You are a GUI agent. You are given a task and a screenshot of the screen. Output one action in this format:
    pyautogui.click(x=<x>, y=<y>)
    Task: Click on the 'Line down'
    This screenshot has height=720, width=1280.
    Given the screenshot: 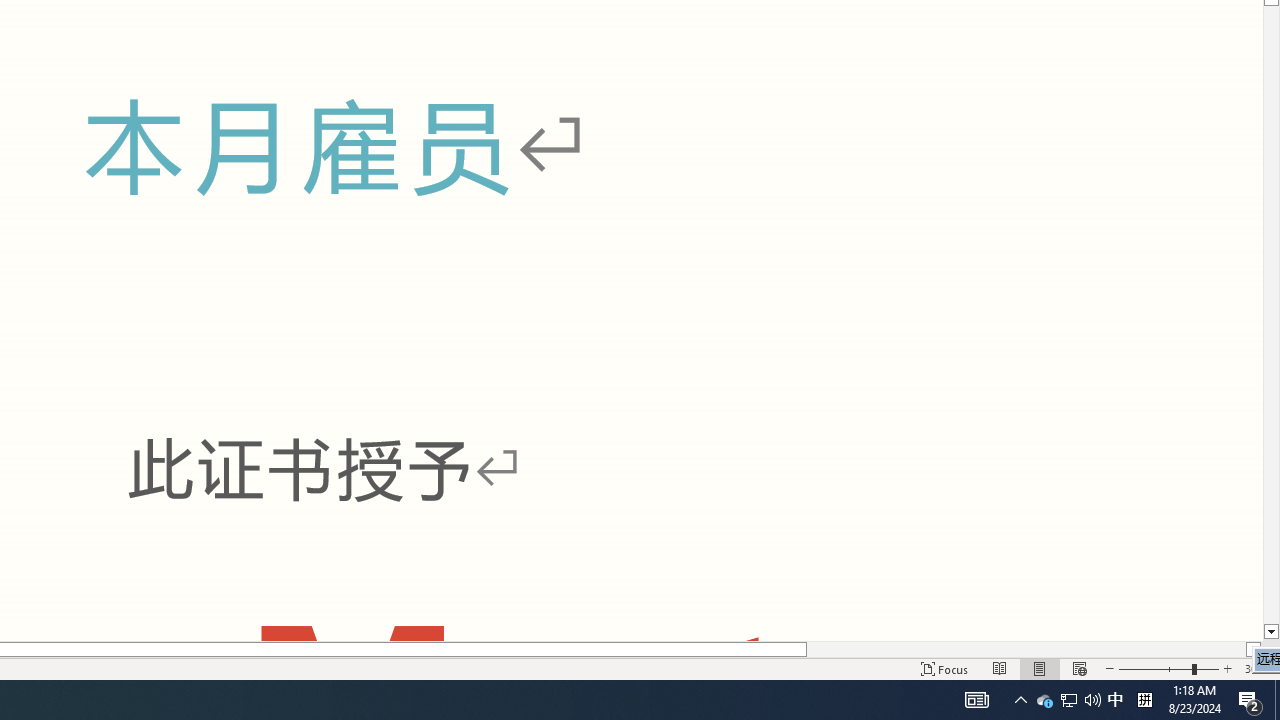 What is the action you would take?
    pyautogui.click(x=1270, y=632)
    